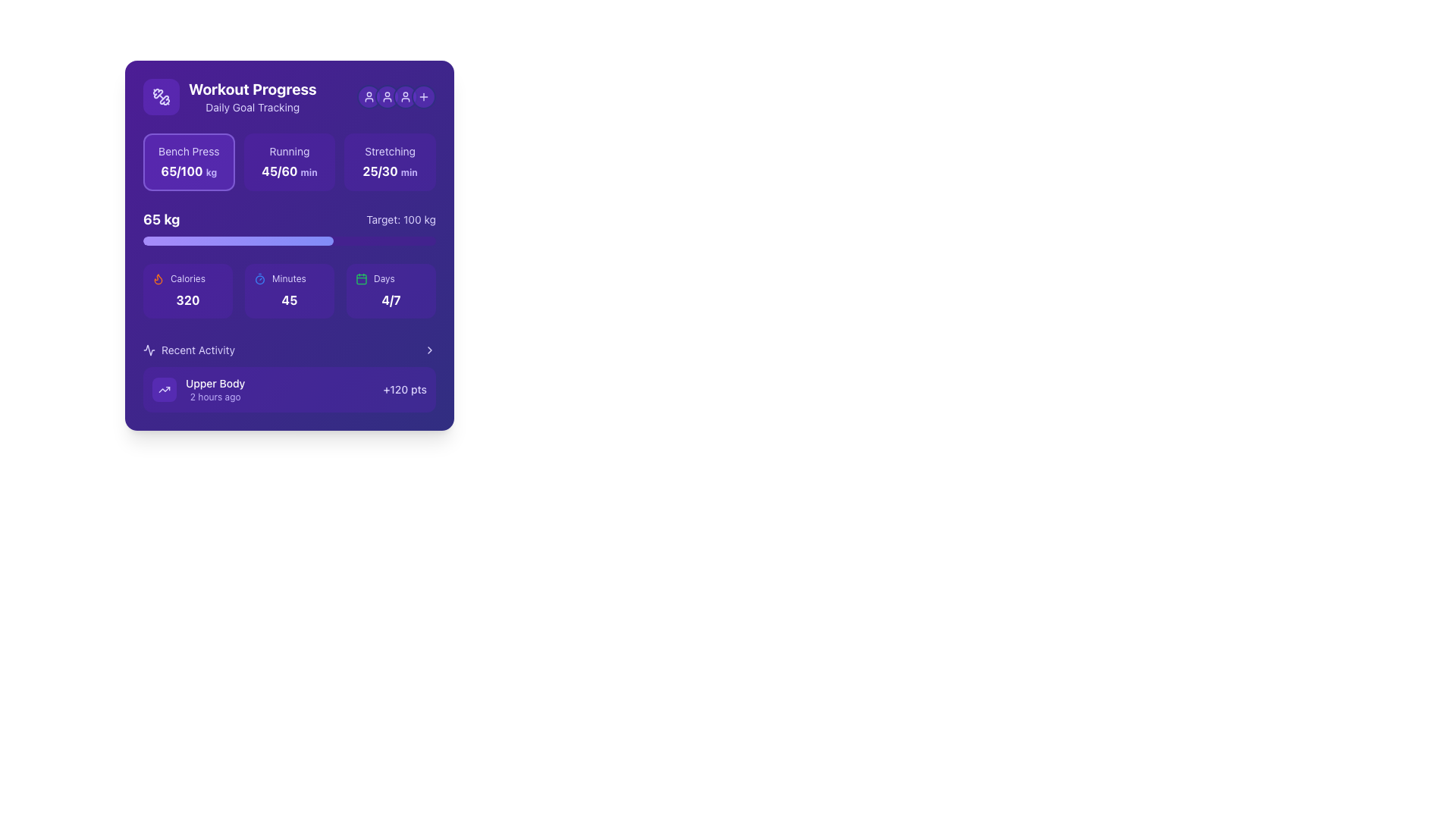 The width and height of the screenshot is (1456, 819). What do you see at coordinates (369, 96) in the screenshot?
I see `the user profile icon located in the upper-right section of the 'Workout Progress' card, which is the first icon from the left in a horizontal row of similar icons` at bounding box center [369, 96].